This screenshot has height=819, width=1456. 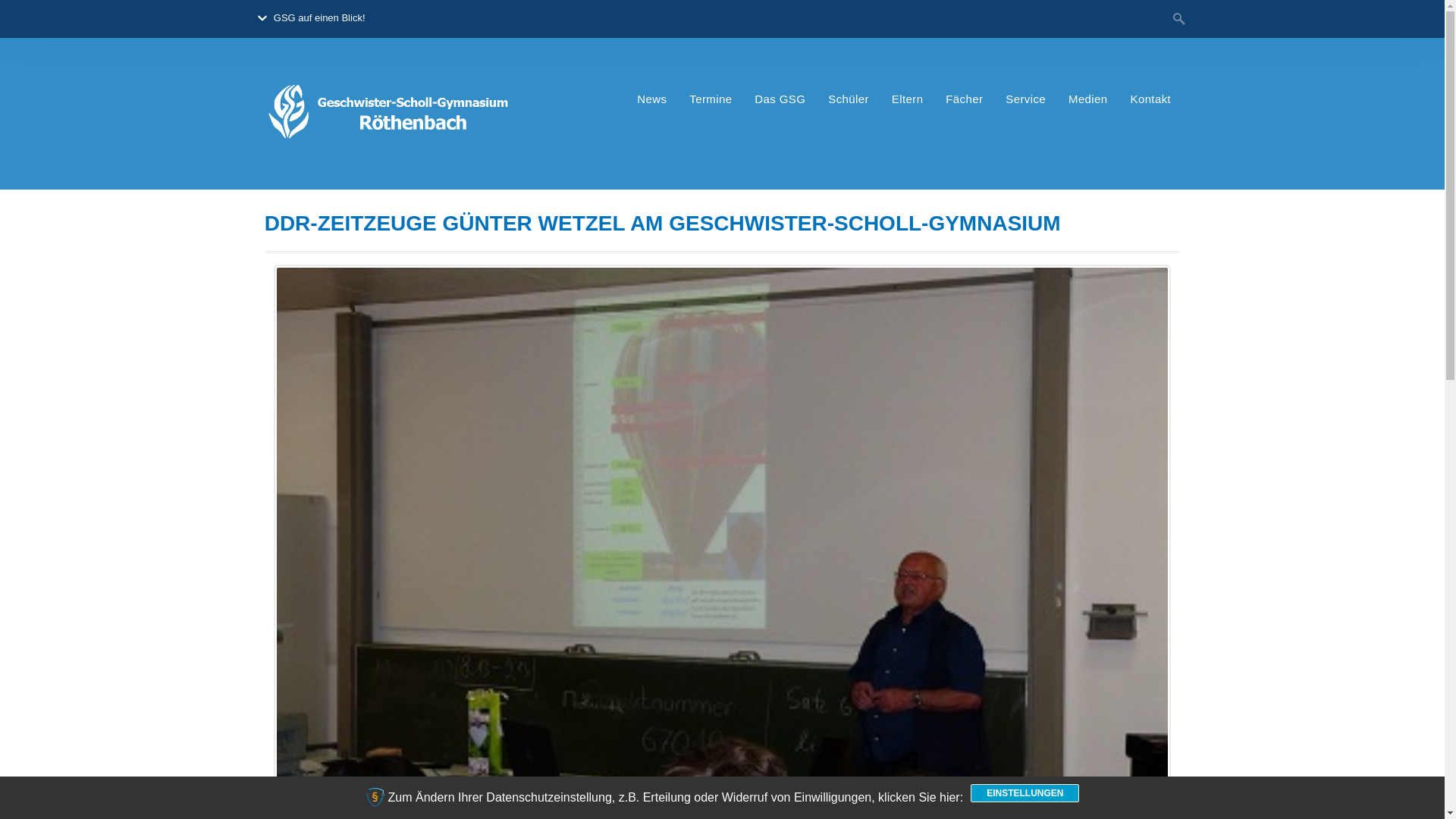 What do you see at coordinates (1150, 99) in the screenshot?
I see `'Kontakt'` at bounding box center [1150, 99].